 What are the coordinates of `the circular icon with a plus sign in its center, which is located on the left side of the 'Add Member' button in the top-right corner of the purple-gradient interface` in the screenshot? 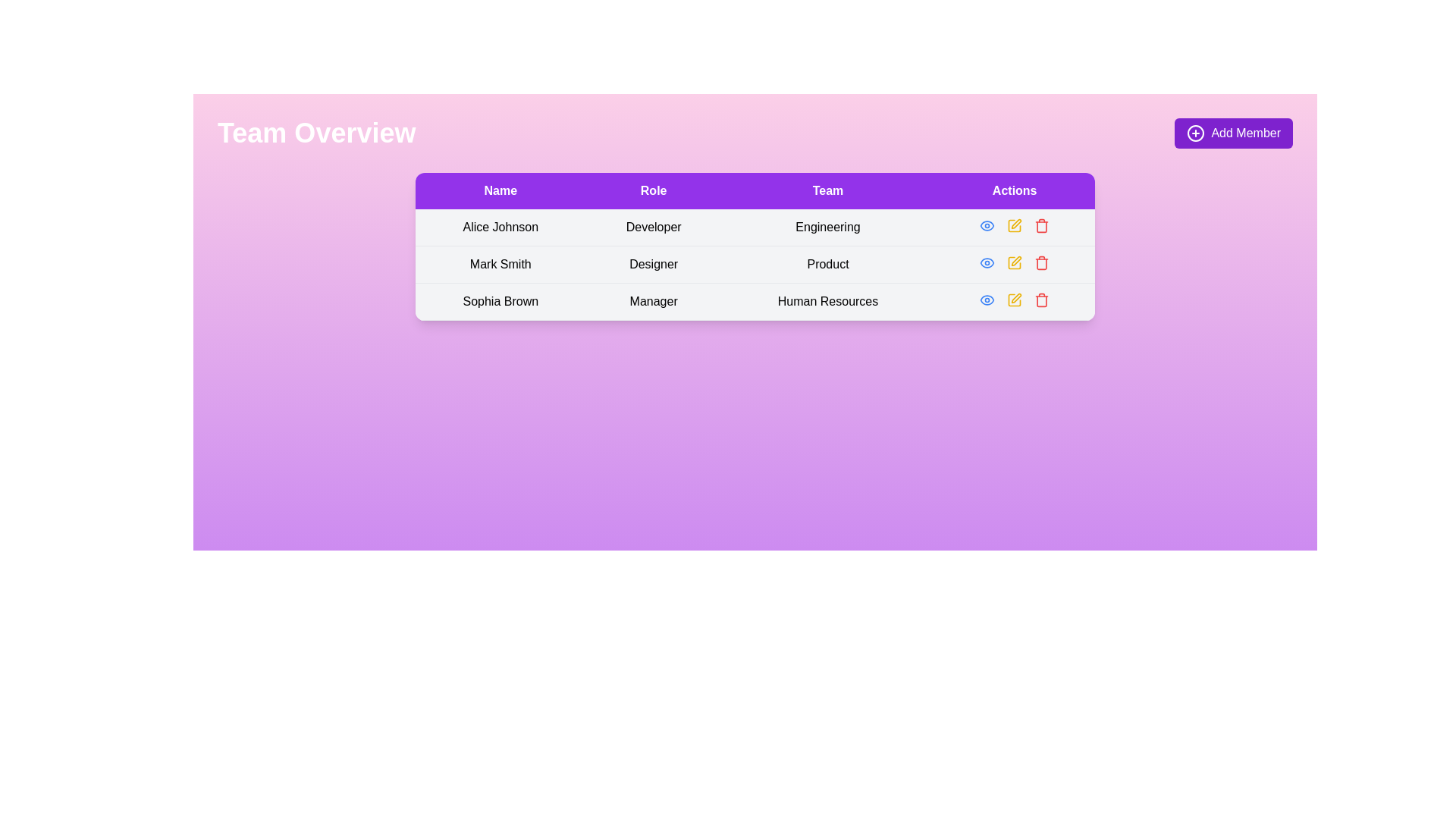 It's located at (1195, 133).